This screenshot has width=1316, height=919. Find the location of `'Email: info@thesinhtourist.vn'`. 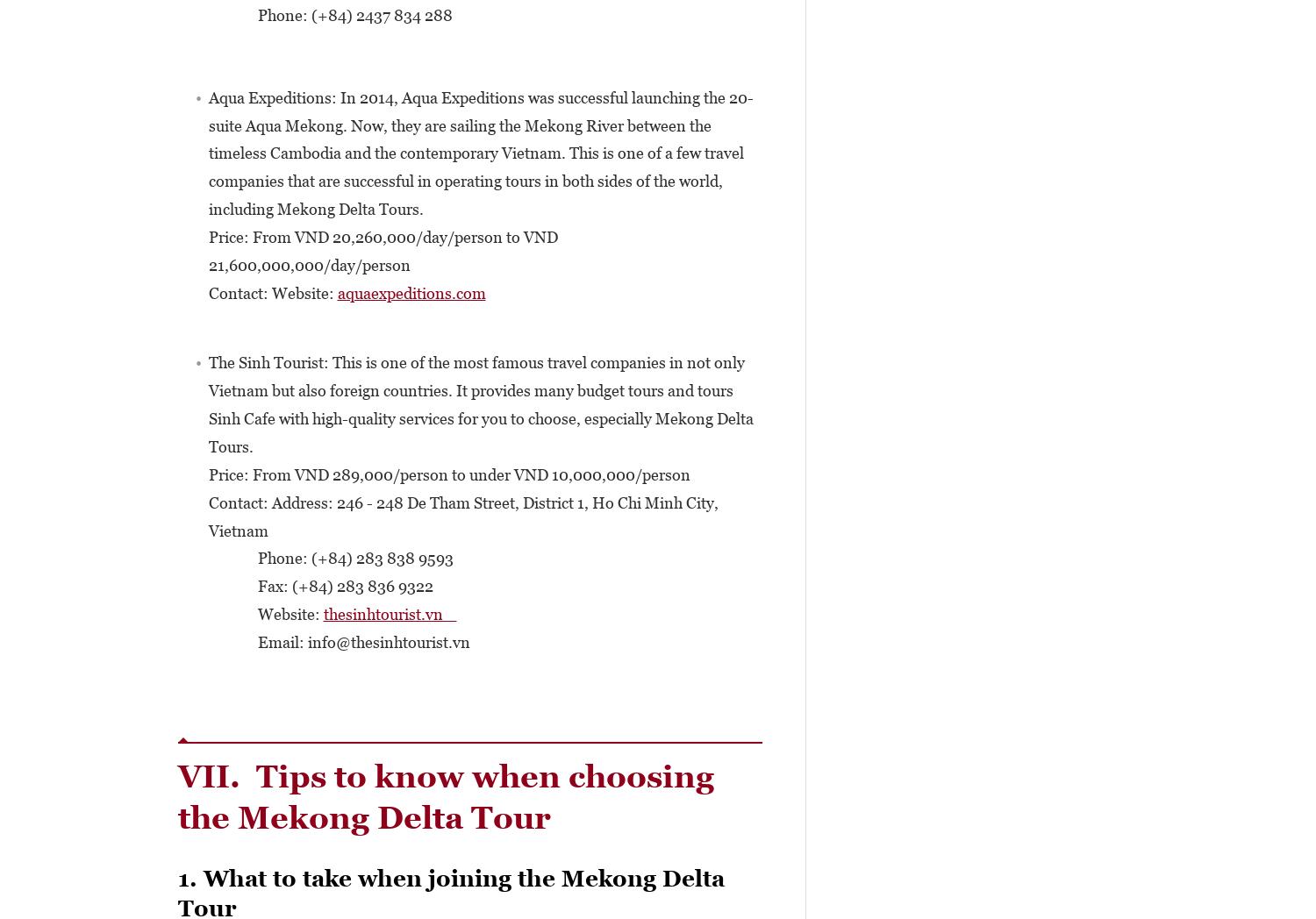

'Email: info@thesinhtourist.vn' is located at coordinates (338, 641).